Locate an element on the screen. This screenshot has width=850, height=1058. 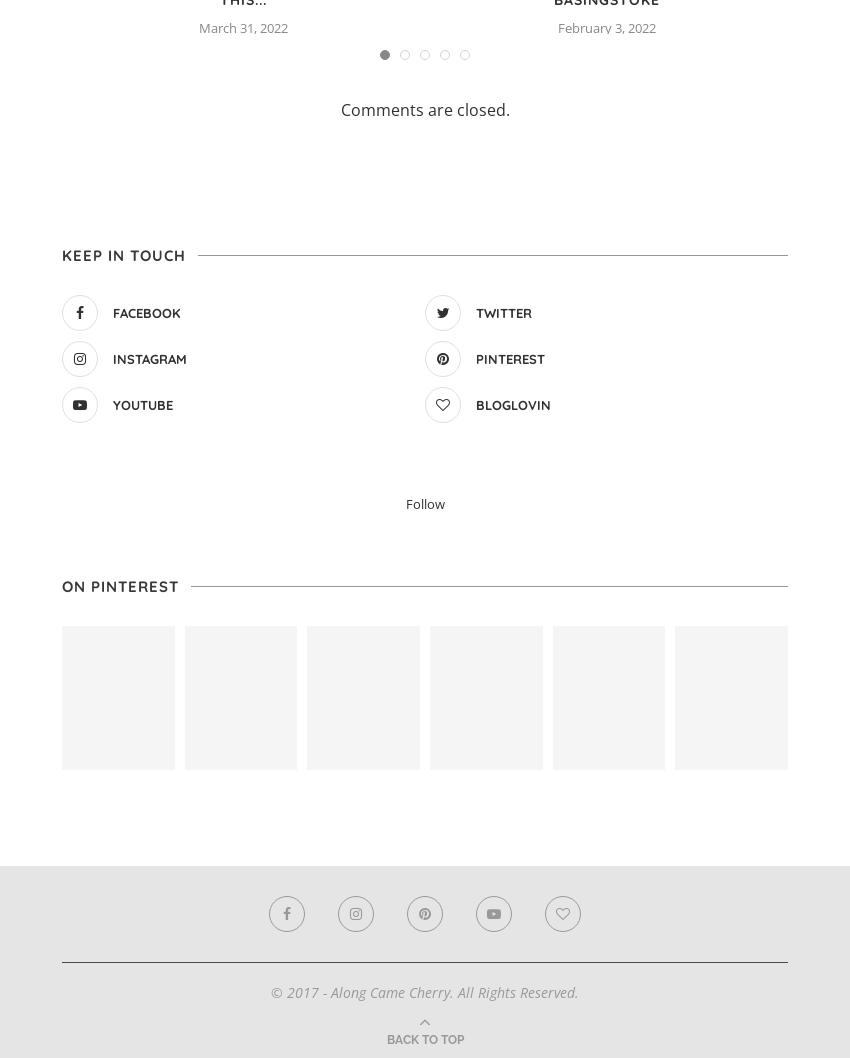
'Instagram' is located at coordinates (150, 358).